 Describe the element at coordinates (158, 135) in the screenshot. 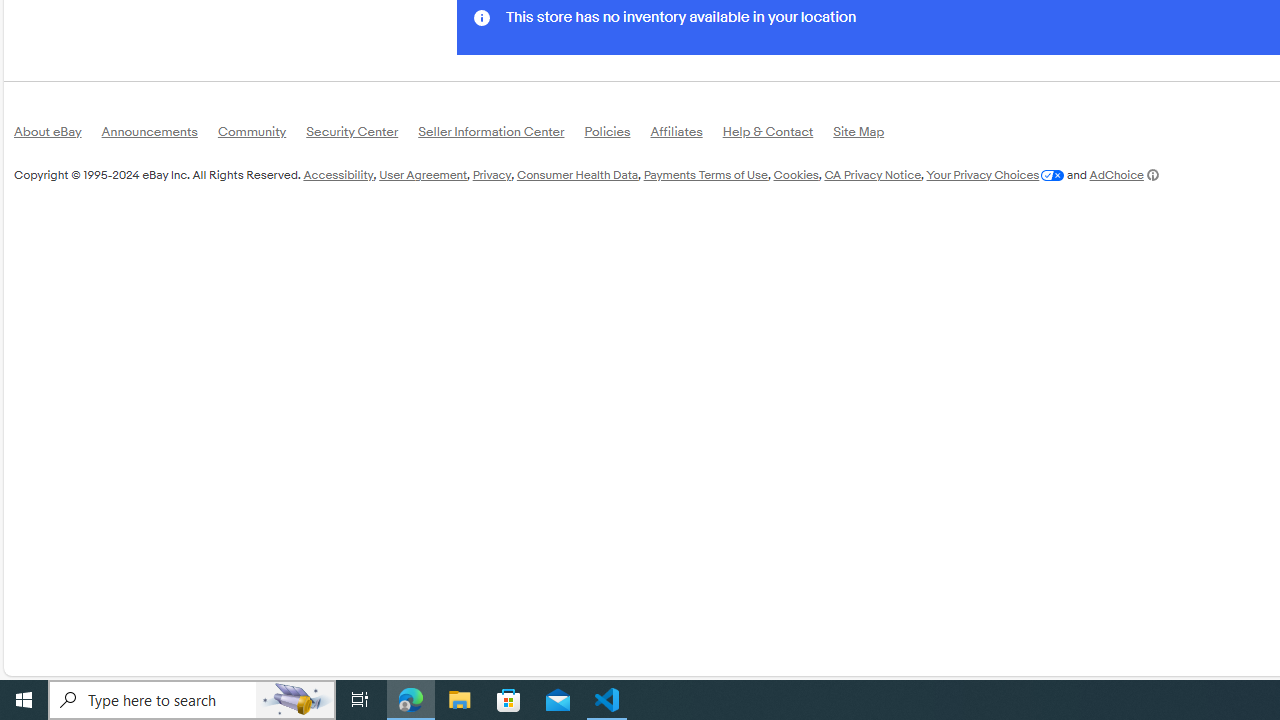

I see `'Announcements'` at that location.